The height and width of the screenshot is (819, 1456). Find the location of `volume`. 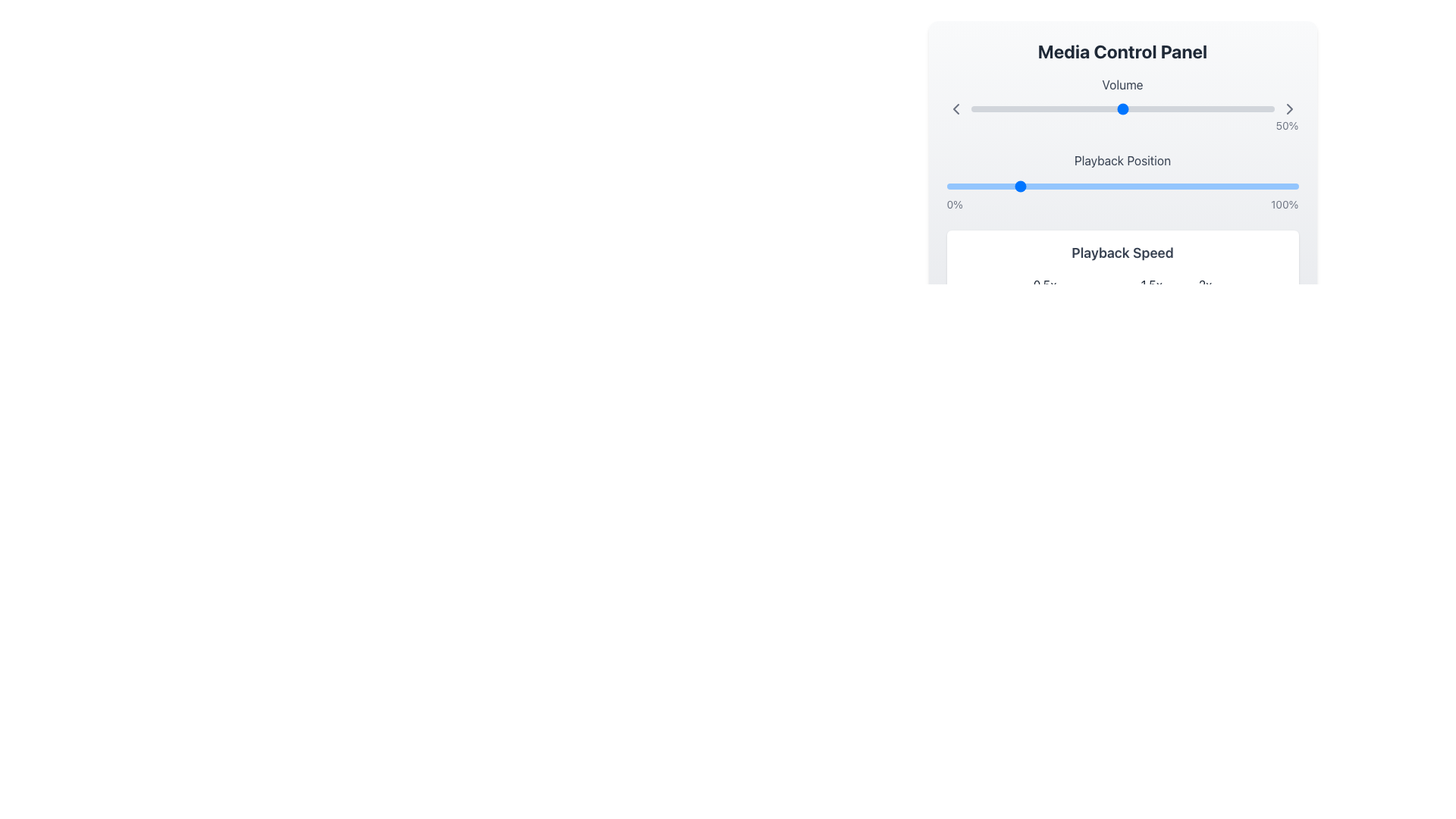

volume is located at coordinates (1188, 108).